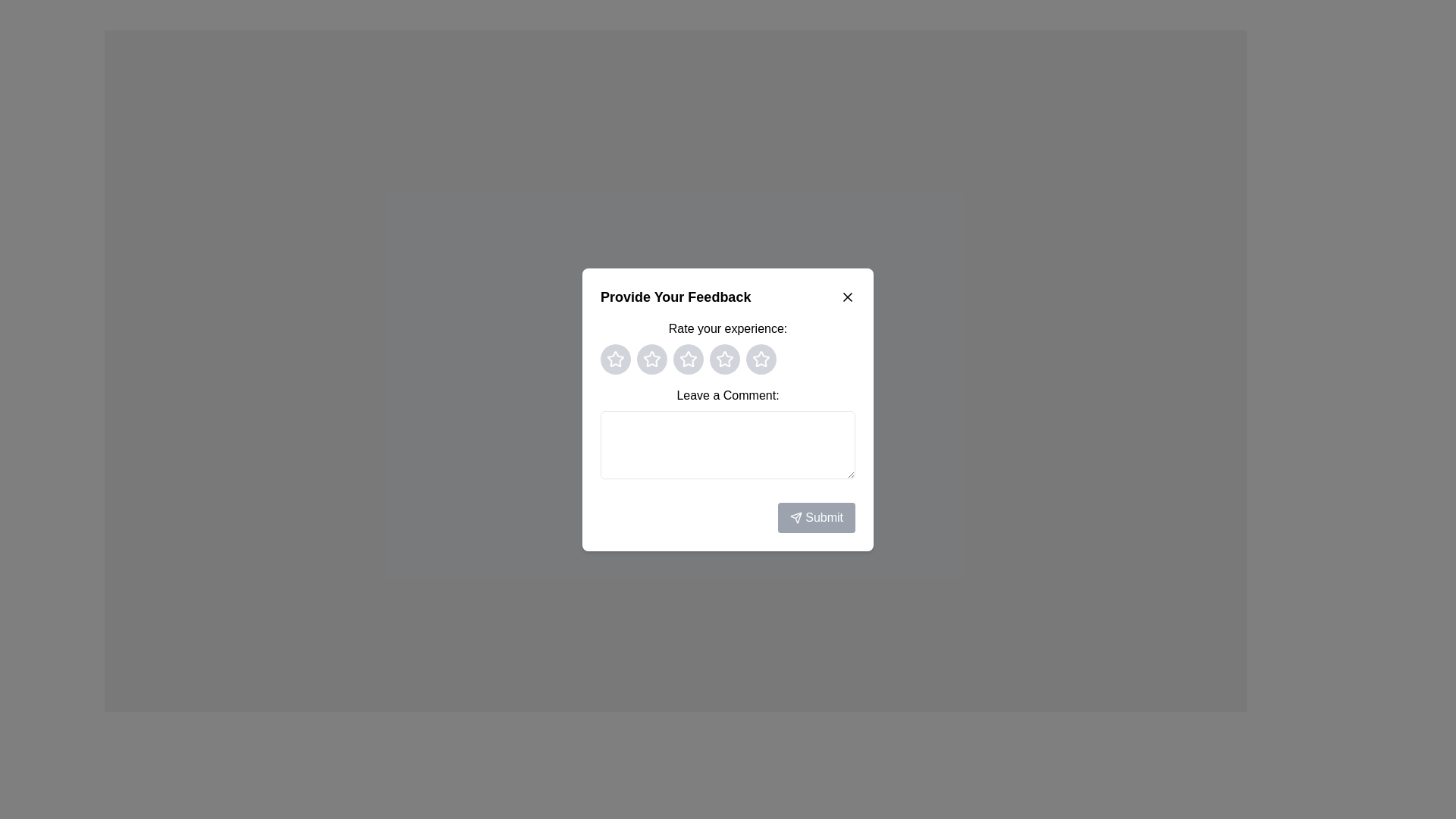 This screenshot has width=1456, height=819. Describe the element at coordinates (761, 359) in the screenshot. I see `the circular five-star rating button with a light gray background and a white star icon at its center` at that location.